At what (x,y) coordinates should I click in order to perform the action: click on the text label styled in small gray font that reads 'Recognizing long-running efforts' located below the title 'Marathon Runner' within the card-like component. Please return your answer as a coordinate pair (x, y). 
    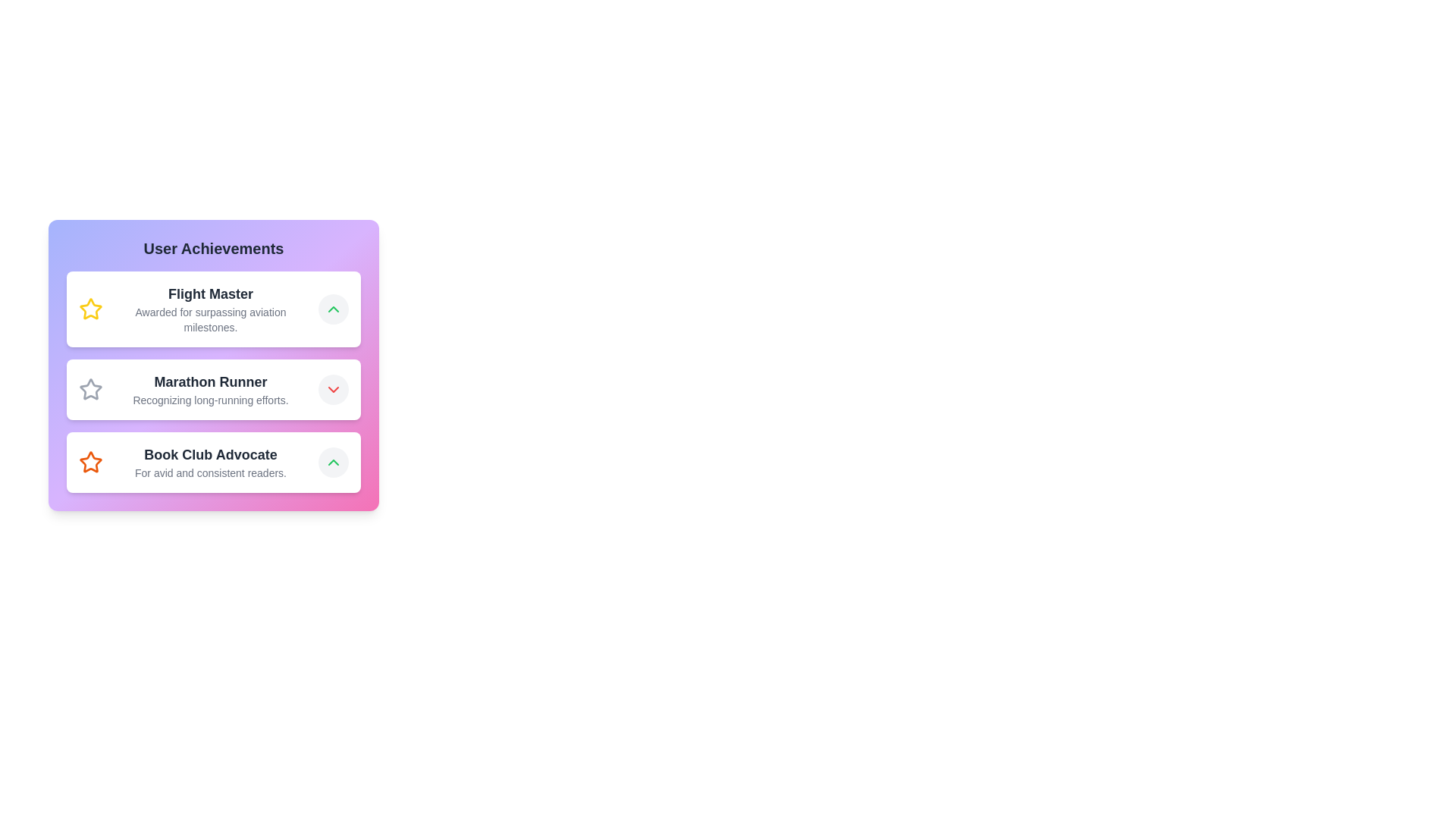
    Looking at the image, I should click on (210, 400).